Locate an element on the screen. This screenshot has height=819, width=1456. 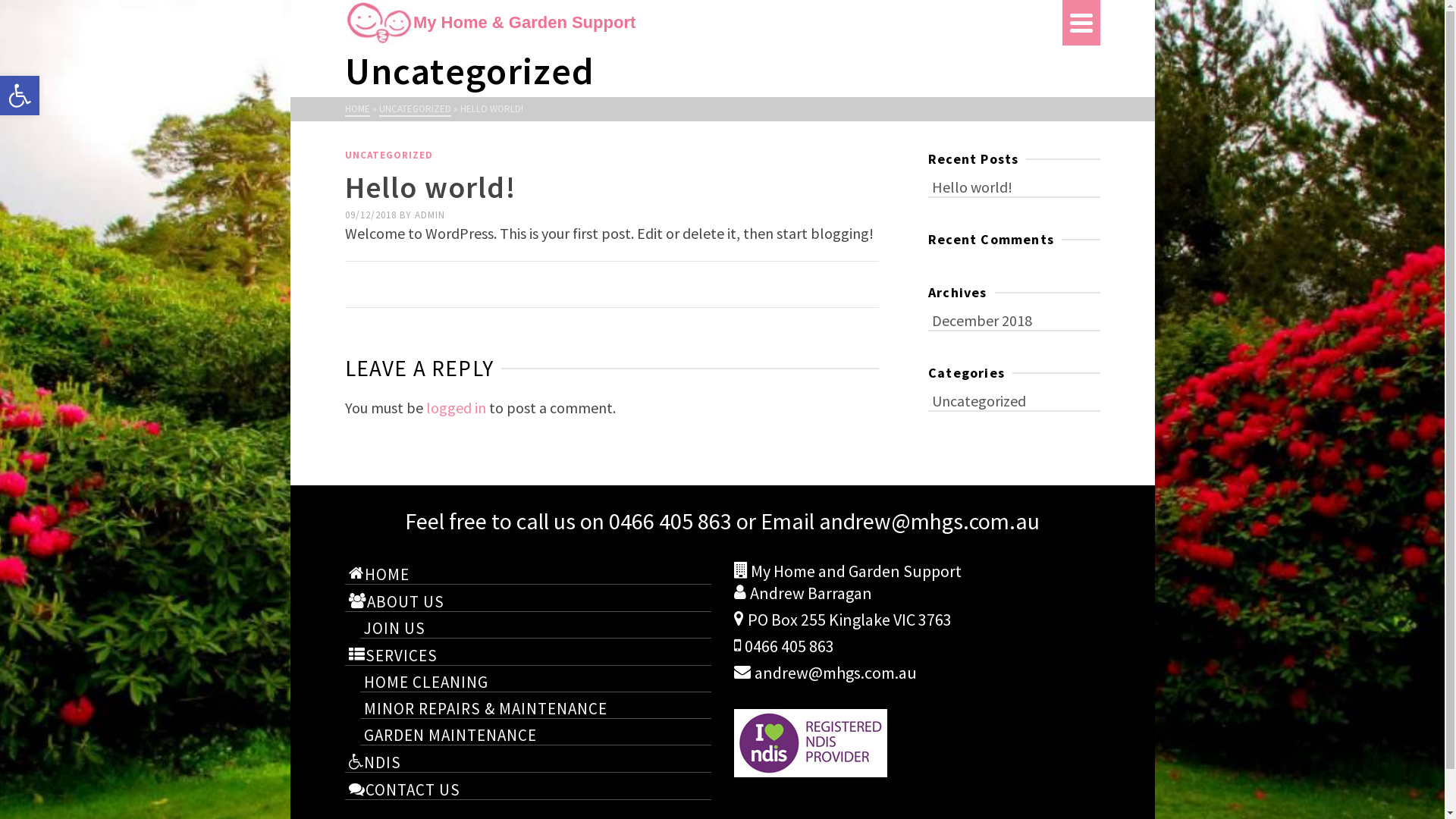
'SERVICES' is located at coordinates (527, 653).